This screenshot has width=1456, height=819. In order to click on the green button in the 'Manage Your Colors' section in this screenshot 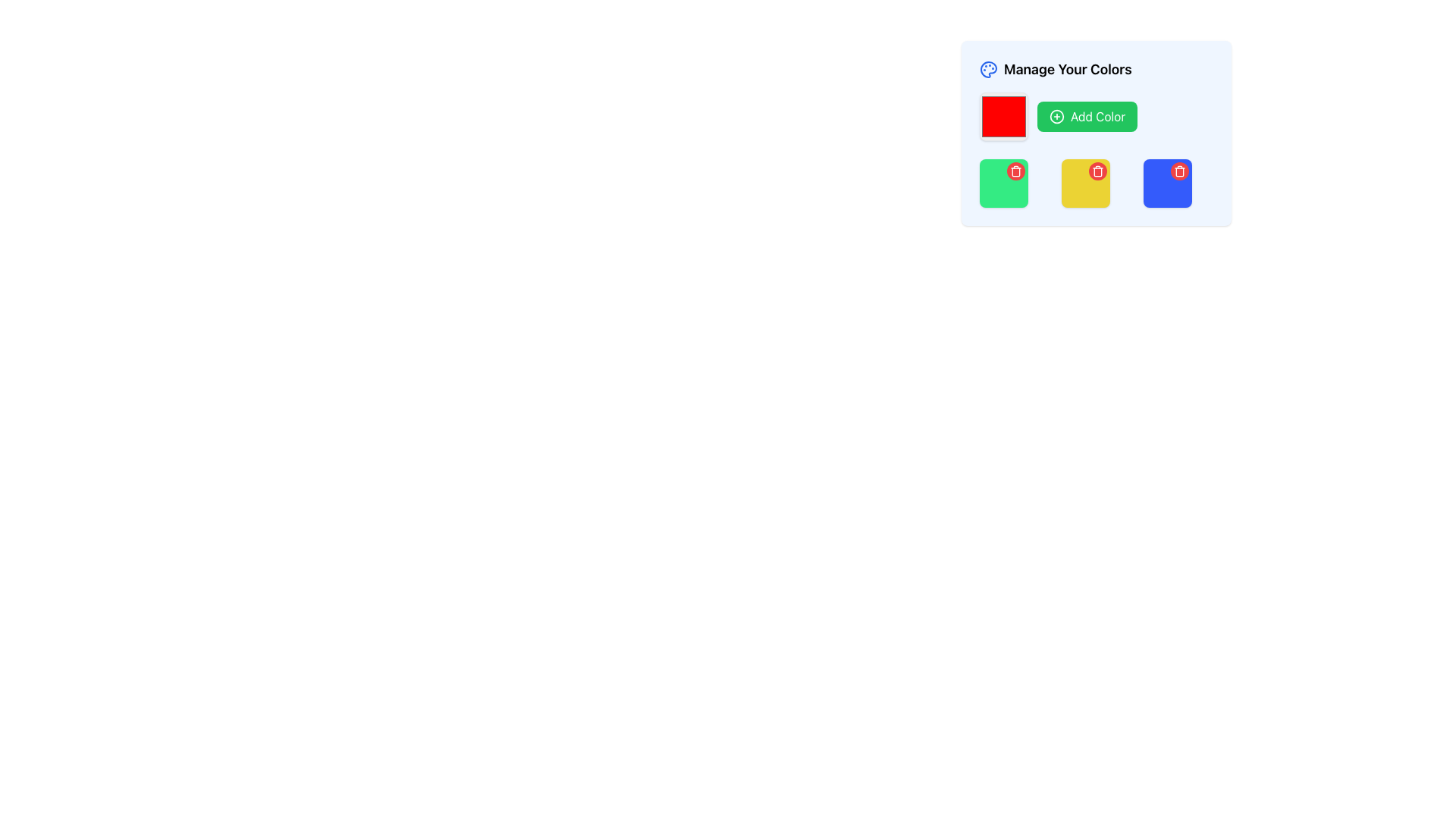, I will do `click(1096, 116)`.